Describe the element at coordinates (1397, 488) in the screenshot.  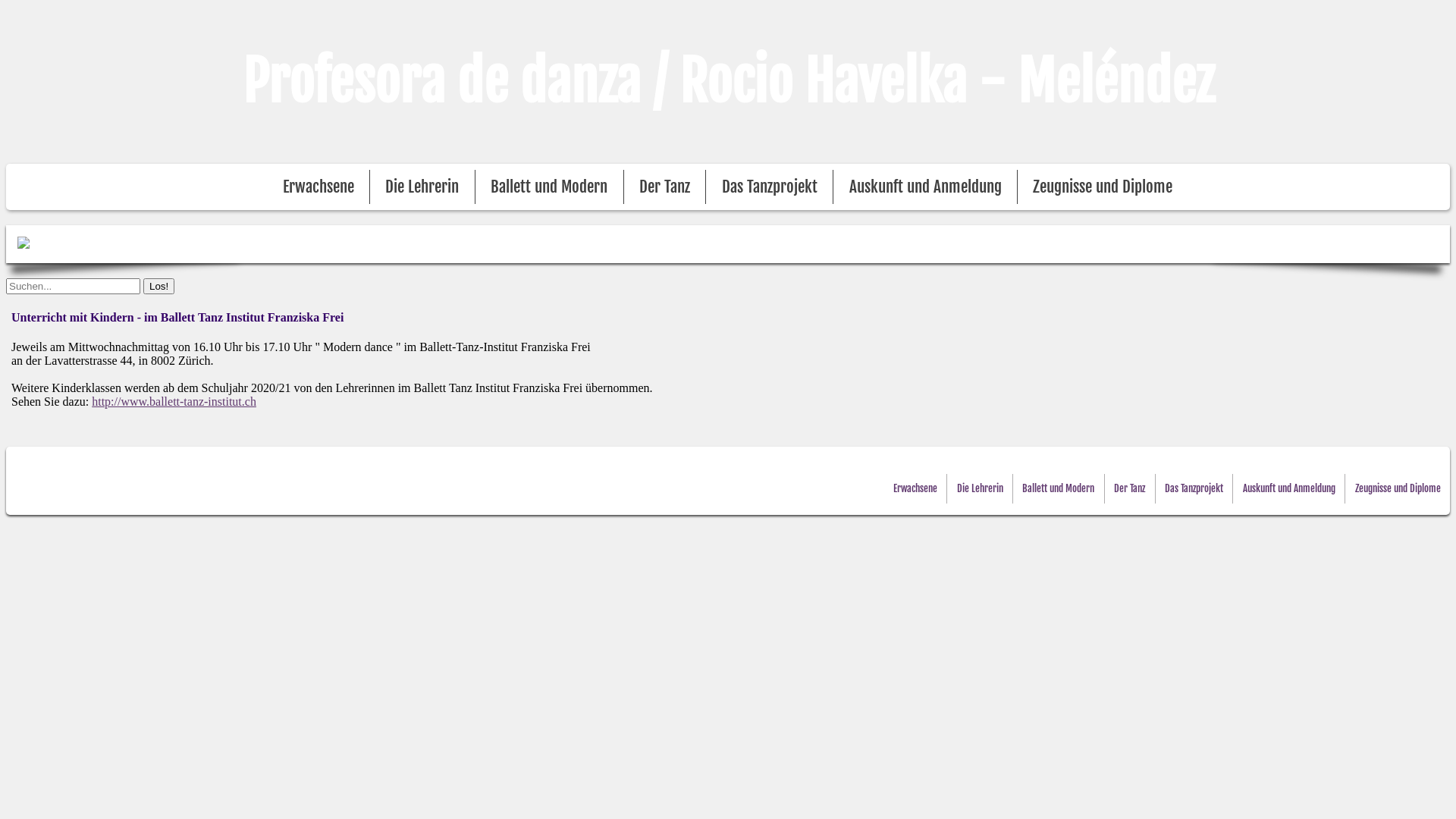
I see `'Zeugnisse und Diplome'` at that location.